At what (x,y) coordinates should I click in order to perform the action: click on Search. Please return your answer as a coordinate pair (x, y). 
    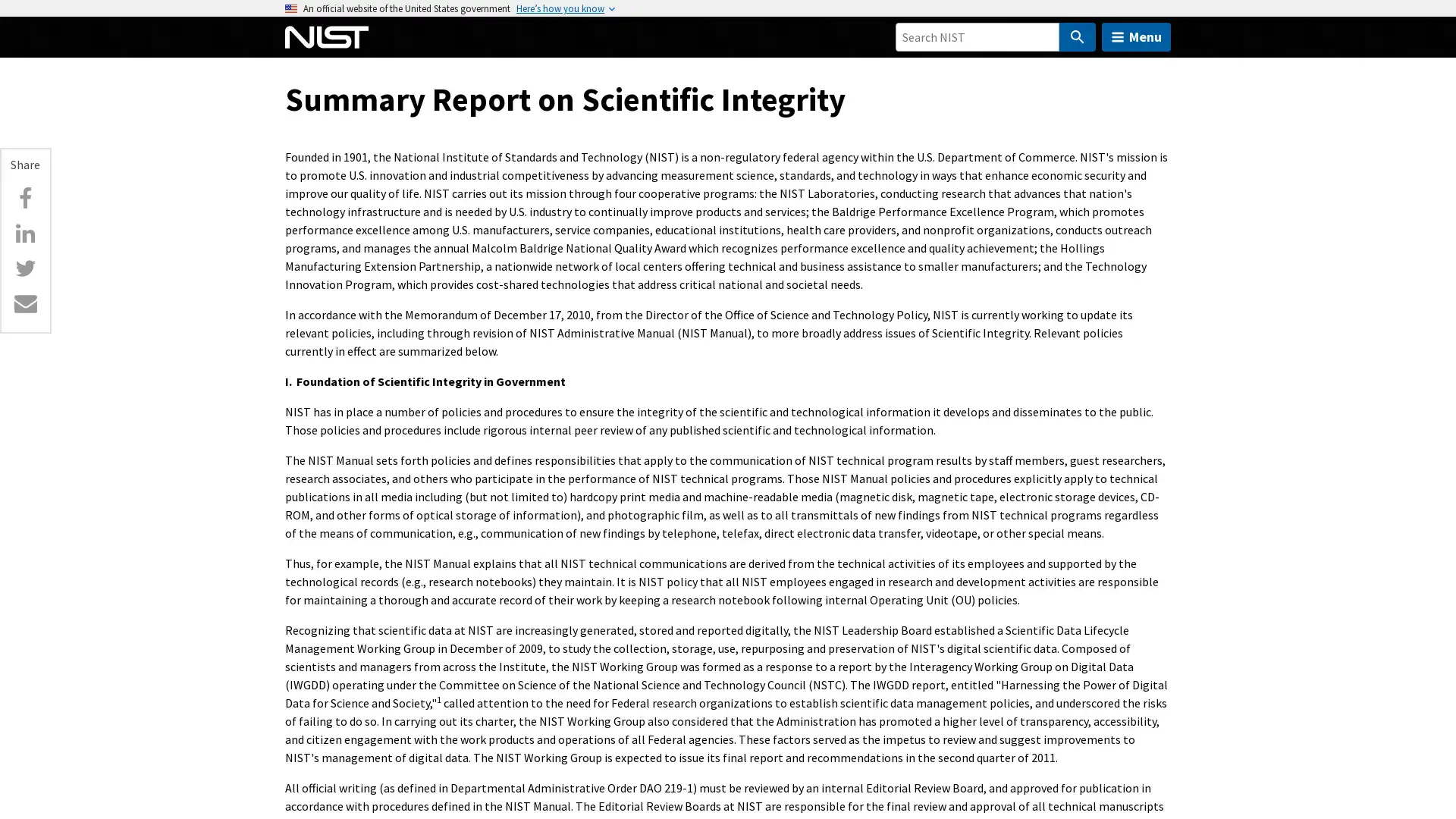
    Looking at the image, I should click on (1076, 36).